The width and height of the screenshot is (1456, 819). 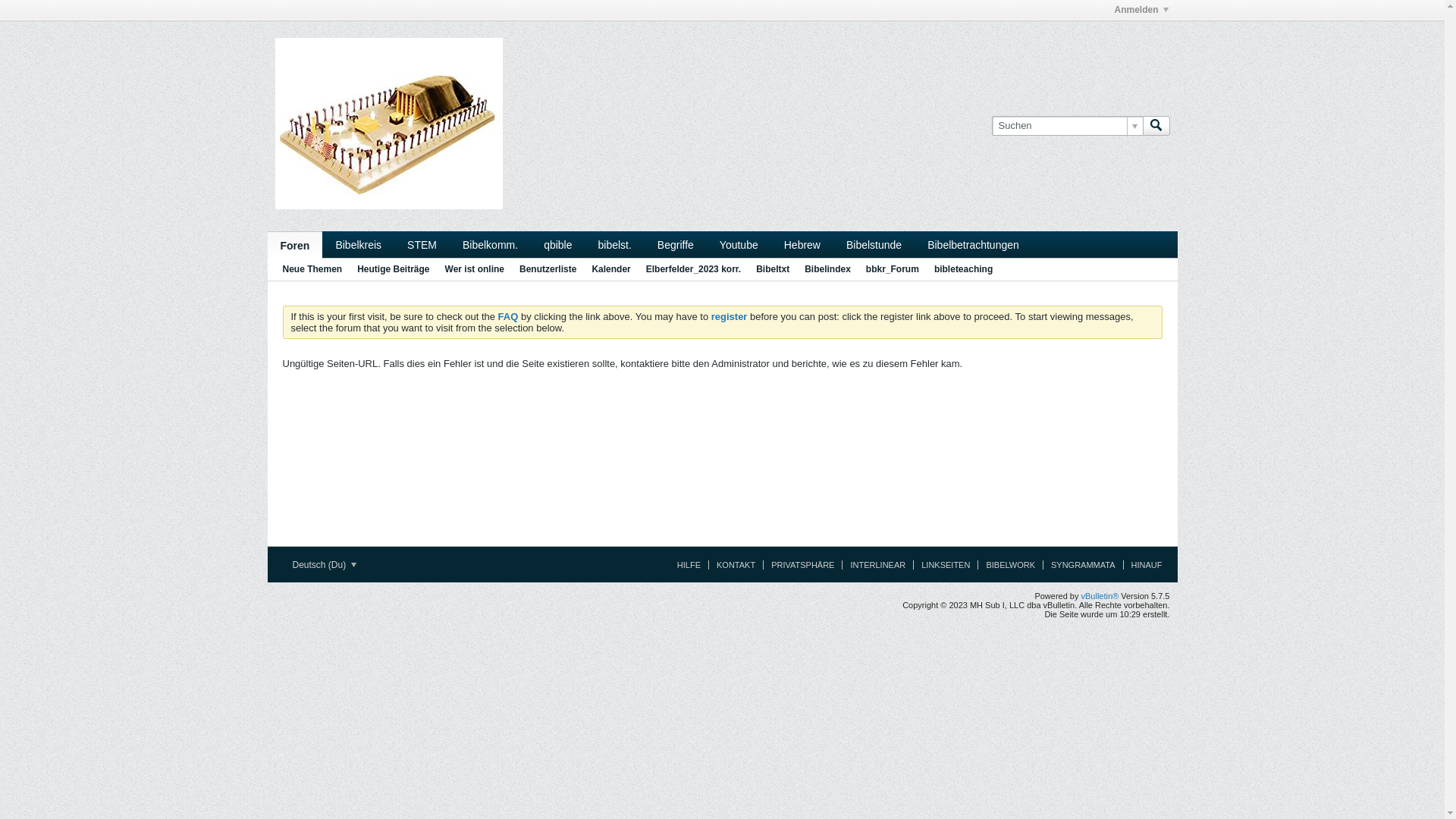 I want to click on 'SYNGRAMMATA', so click(x=1041, y=564).